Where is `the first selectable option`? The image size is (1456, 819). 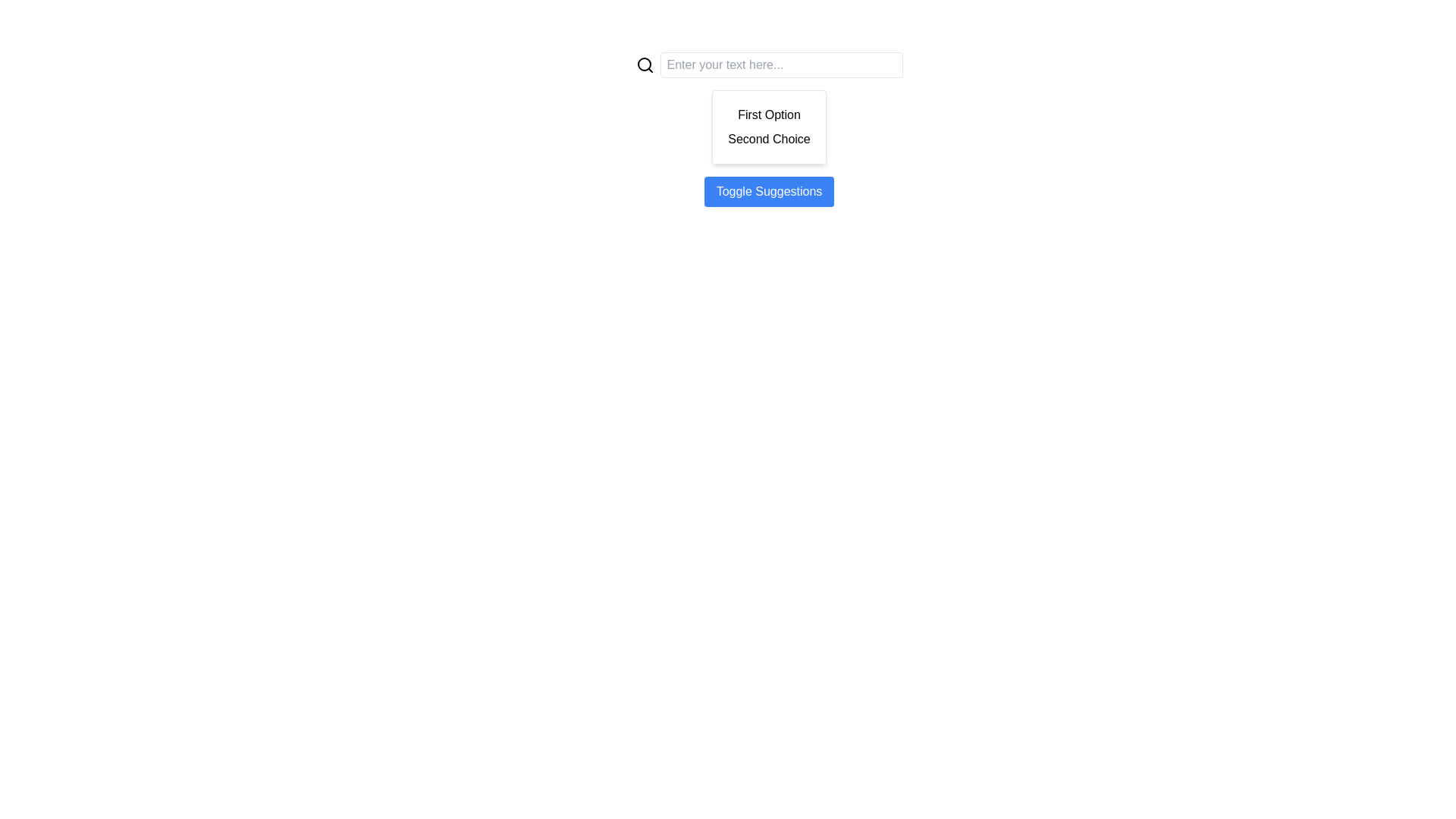 the first selectable option is located at coordinates (769, 114).